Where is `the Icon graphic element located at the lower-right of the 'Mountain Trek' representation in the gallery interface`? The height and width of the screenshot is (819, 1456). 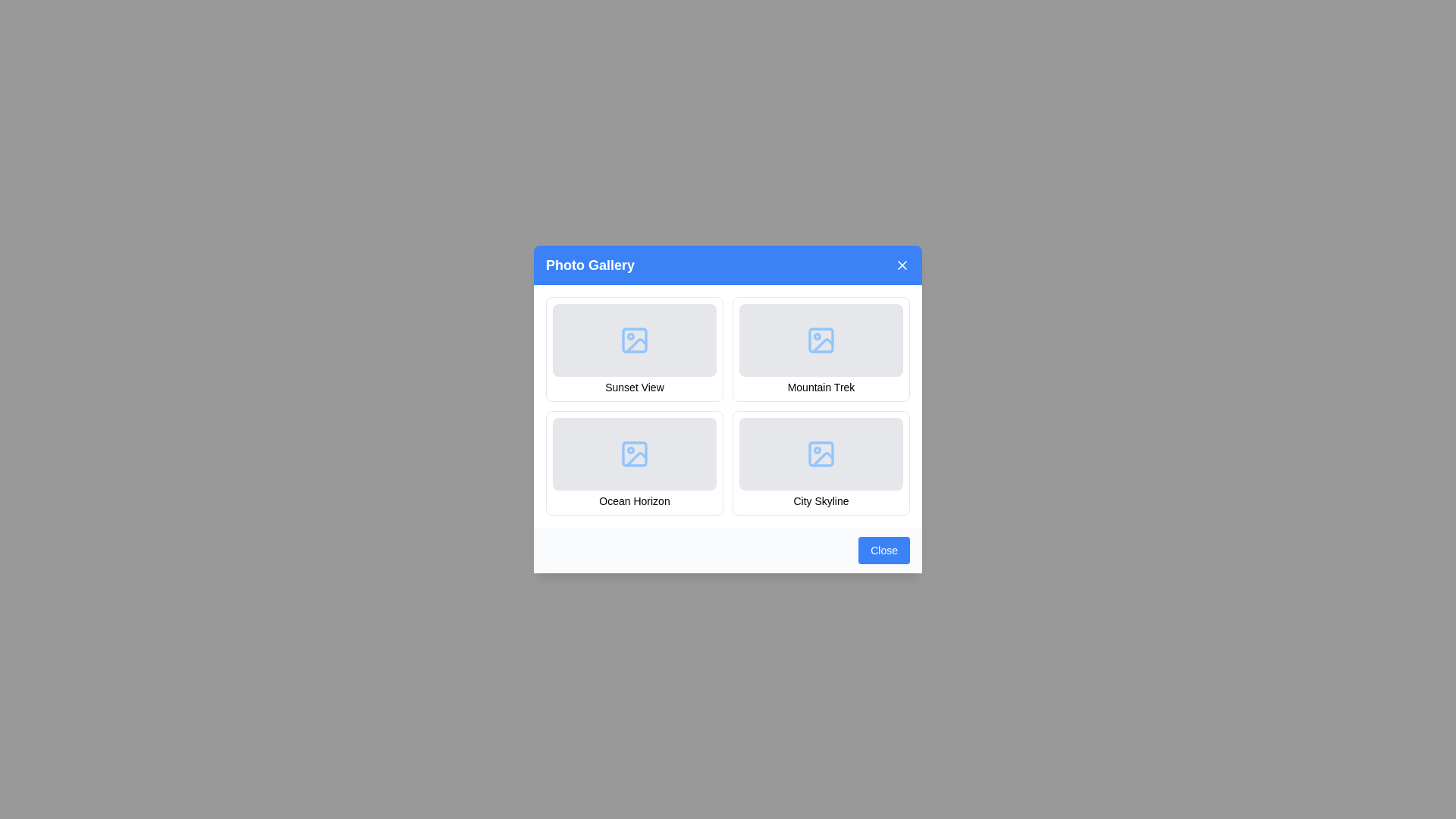 the Icon graphic element located at the lower-right of the 'Mountain Trek' representation in the gallery interface is located at coordinates (822, 345).